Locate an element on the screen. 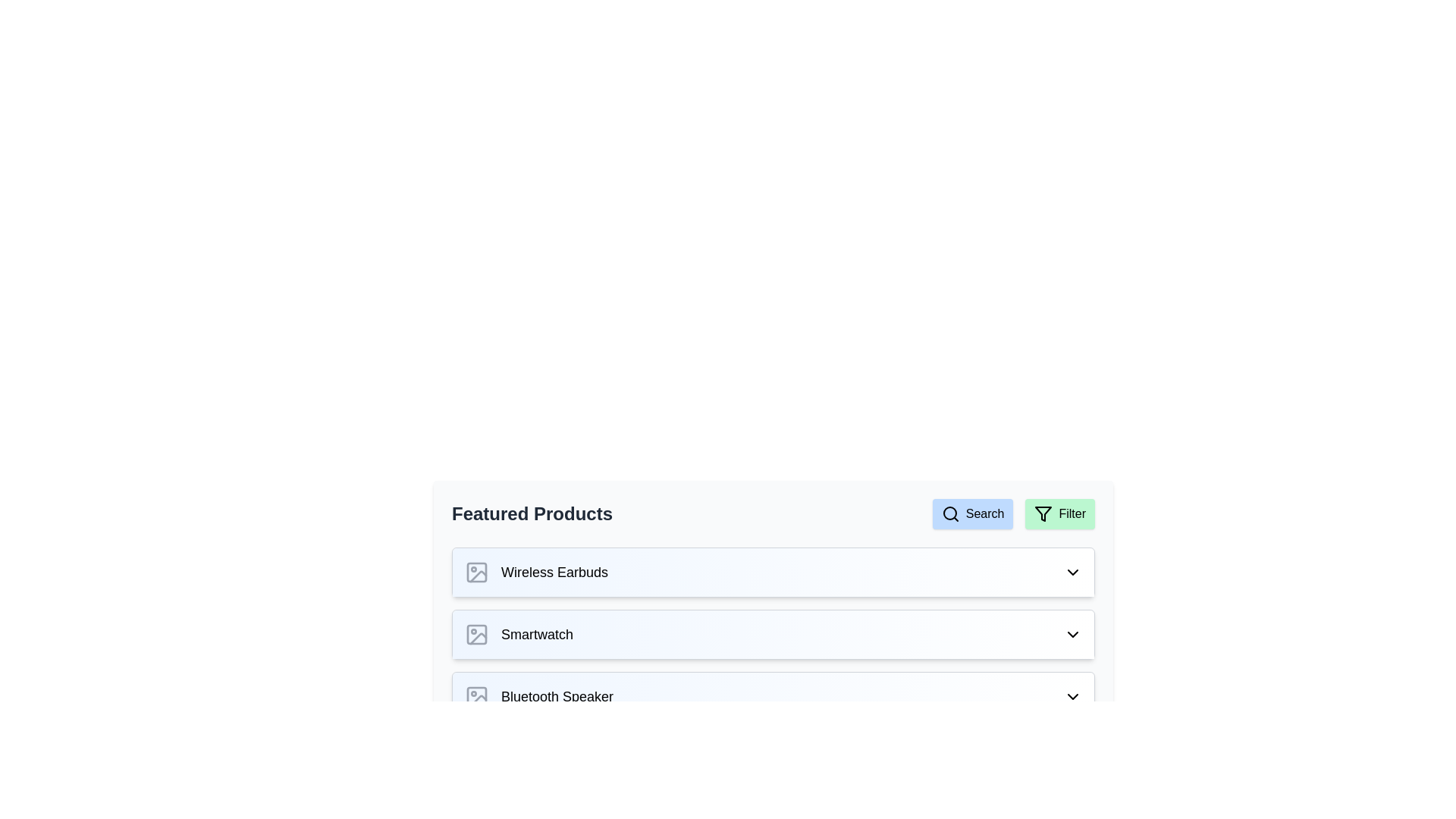 This screenshot has height=819, width=1456. the filter button located immediately to the right of the blue 'Search' button is located at coordinates (1059, 513).